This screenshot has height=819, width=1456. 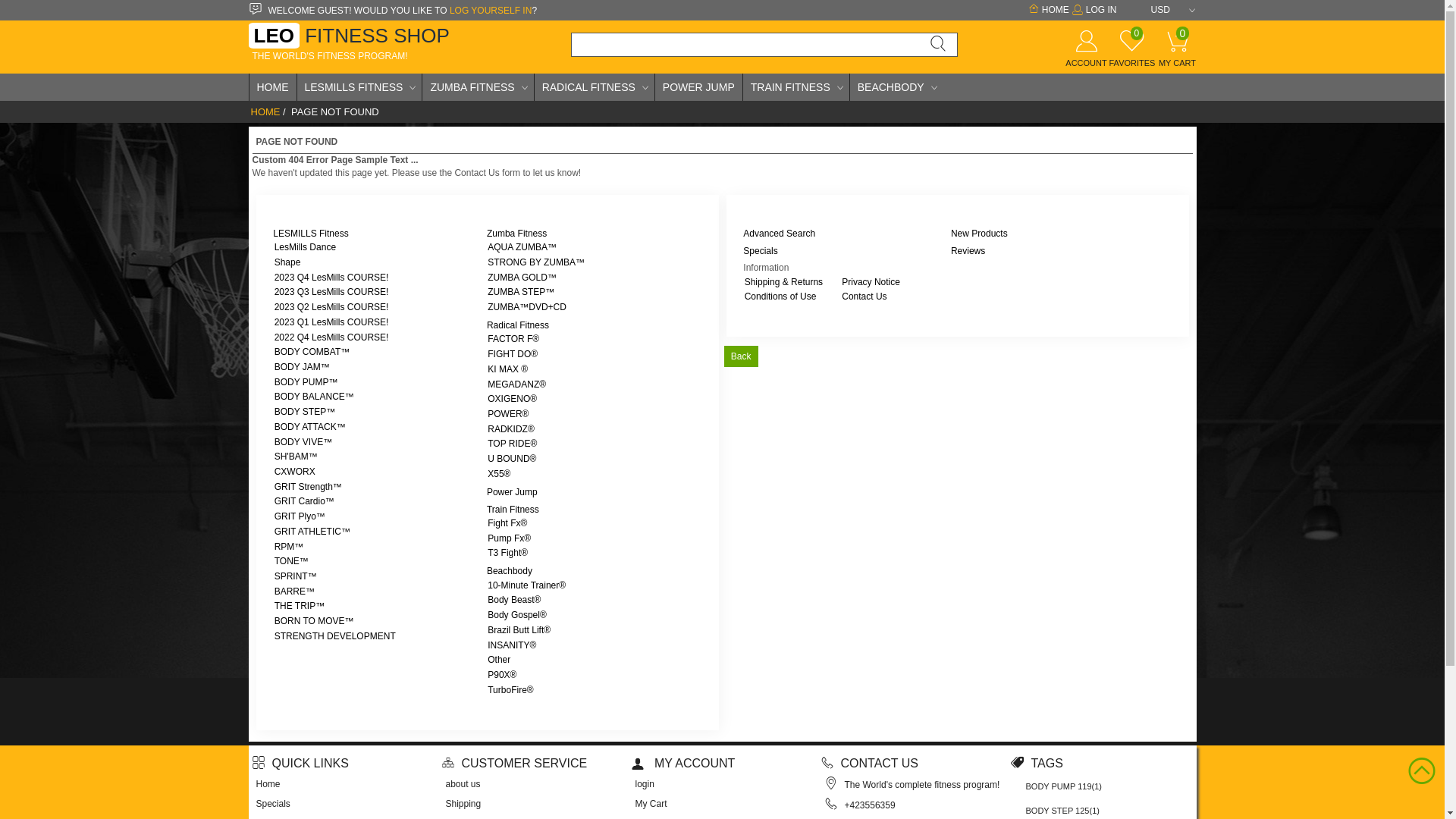 I want to click on 'TAGS', so click(x=1035, y=763).